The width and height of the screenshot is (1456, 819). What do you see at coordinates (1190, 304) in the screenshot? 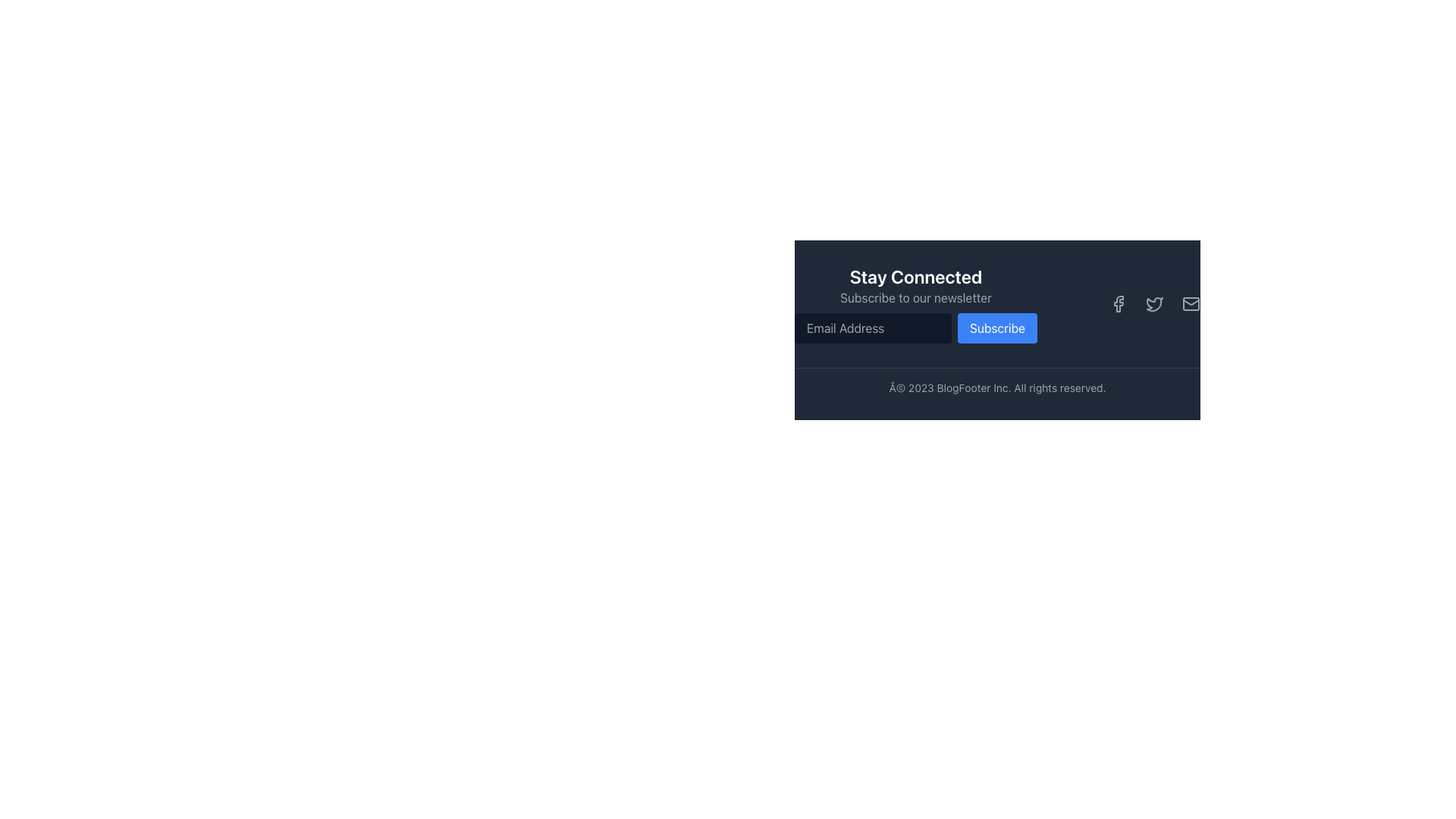
I see `the envelope icon, which is a rectangular component with a dark background and light outline, located at the far right of the footer section that contains social media icons` at bounding box center [1190, 304].